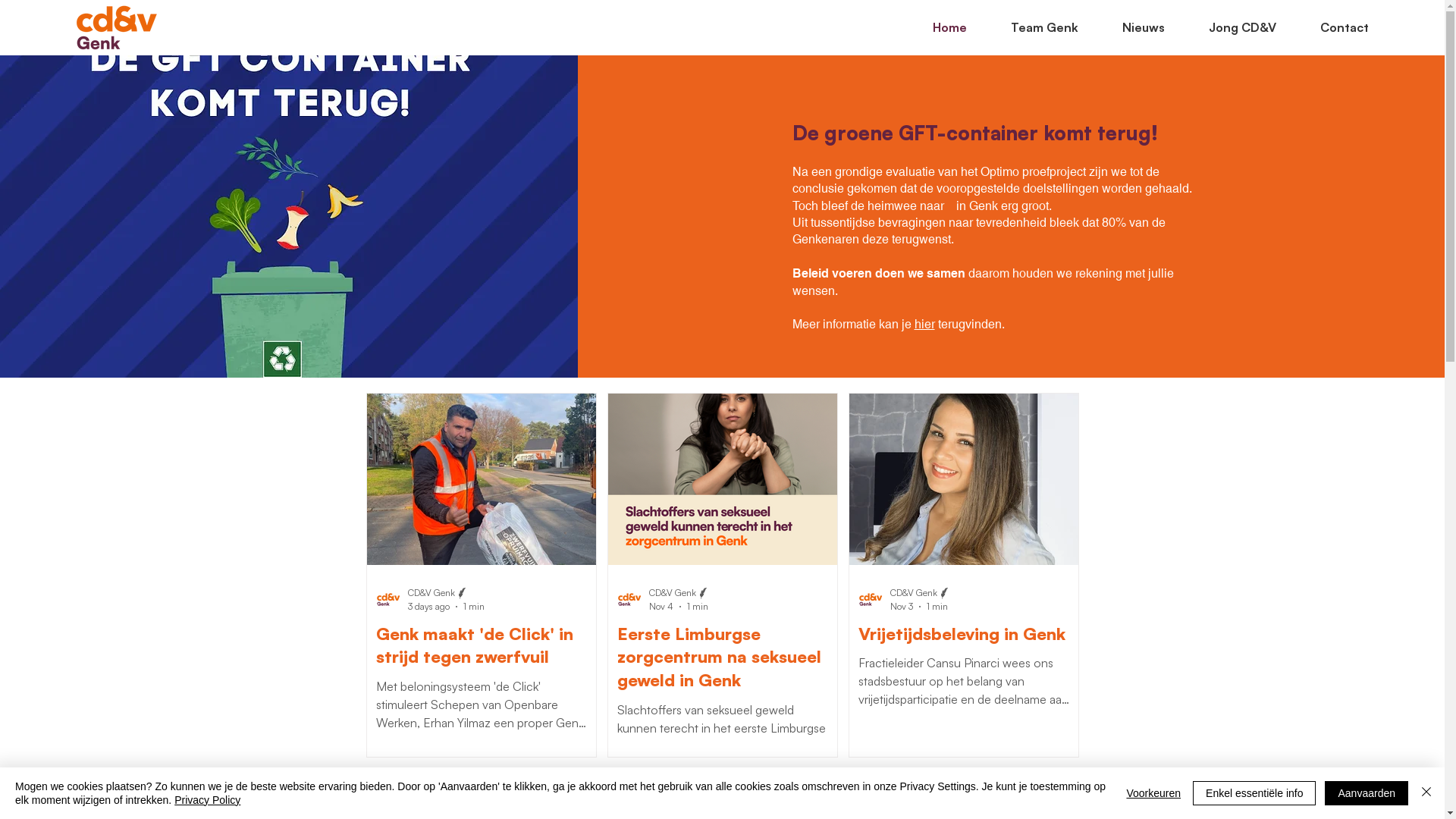 Image resolution: width=1456 pixels, height=819 pixels. What do you see at coordinates (938, 27) in the screenshot?
I see `'Home'` at bounding box center [938, 27].